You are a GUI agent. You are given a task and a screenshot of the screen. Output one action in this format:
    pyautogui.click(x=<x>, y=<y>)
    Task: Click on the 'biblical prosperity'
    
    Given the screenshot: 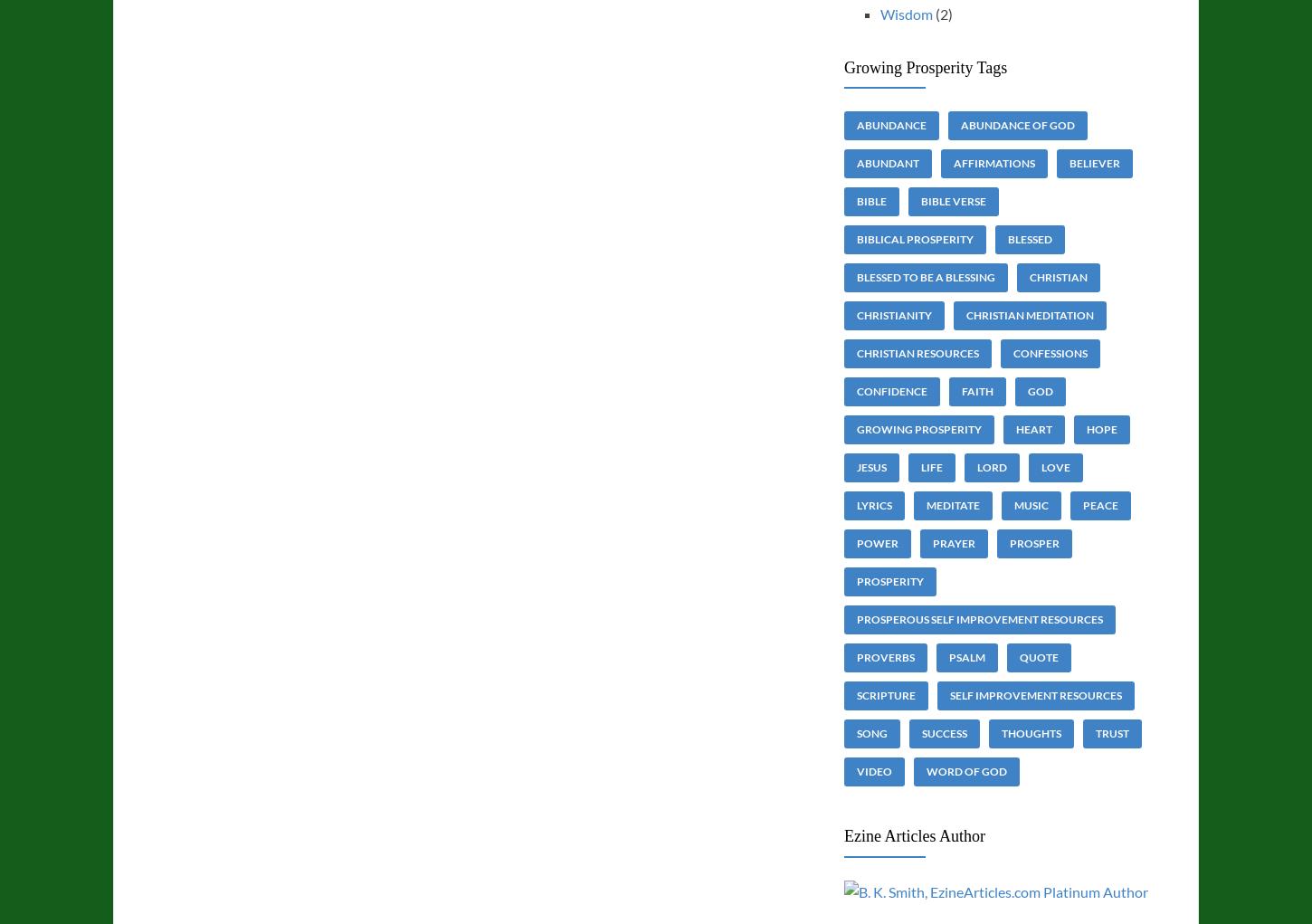 What is the action you would take?
    pyautogui.click(x=914, y=238)
    